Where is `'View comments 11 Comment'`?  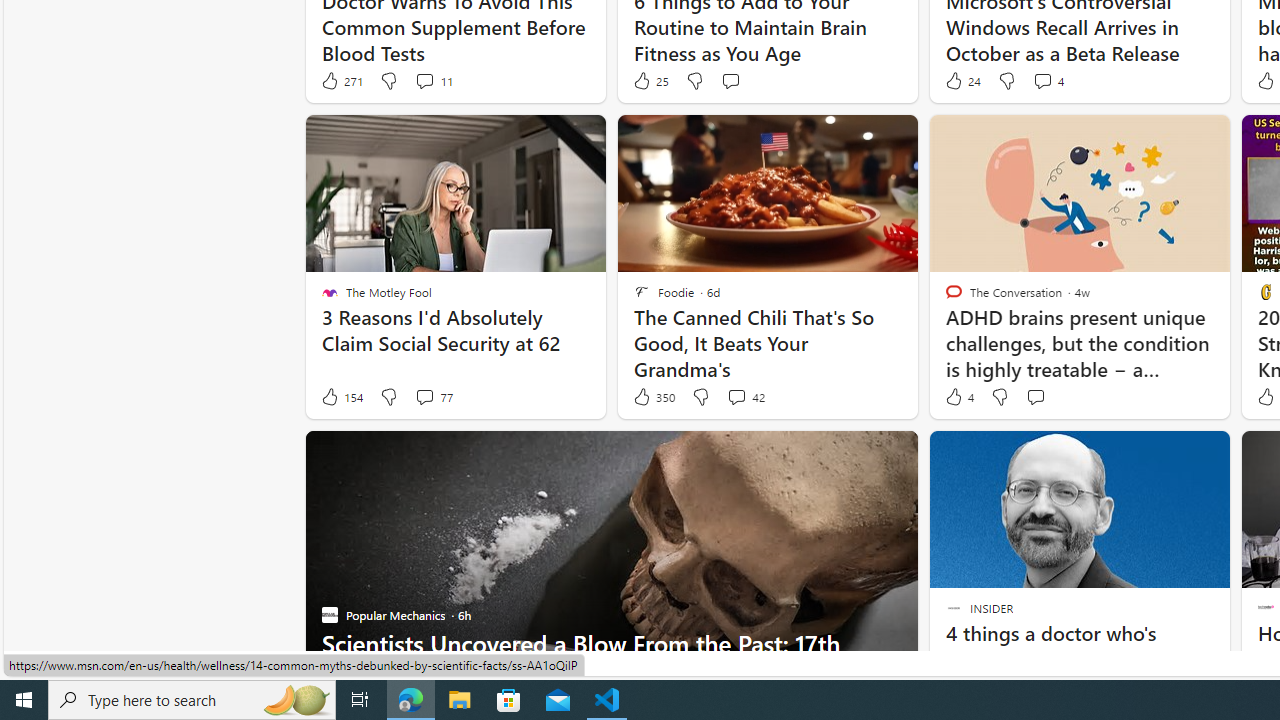 'View comments 11 Comment' is located at coordinates (423, 80).